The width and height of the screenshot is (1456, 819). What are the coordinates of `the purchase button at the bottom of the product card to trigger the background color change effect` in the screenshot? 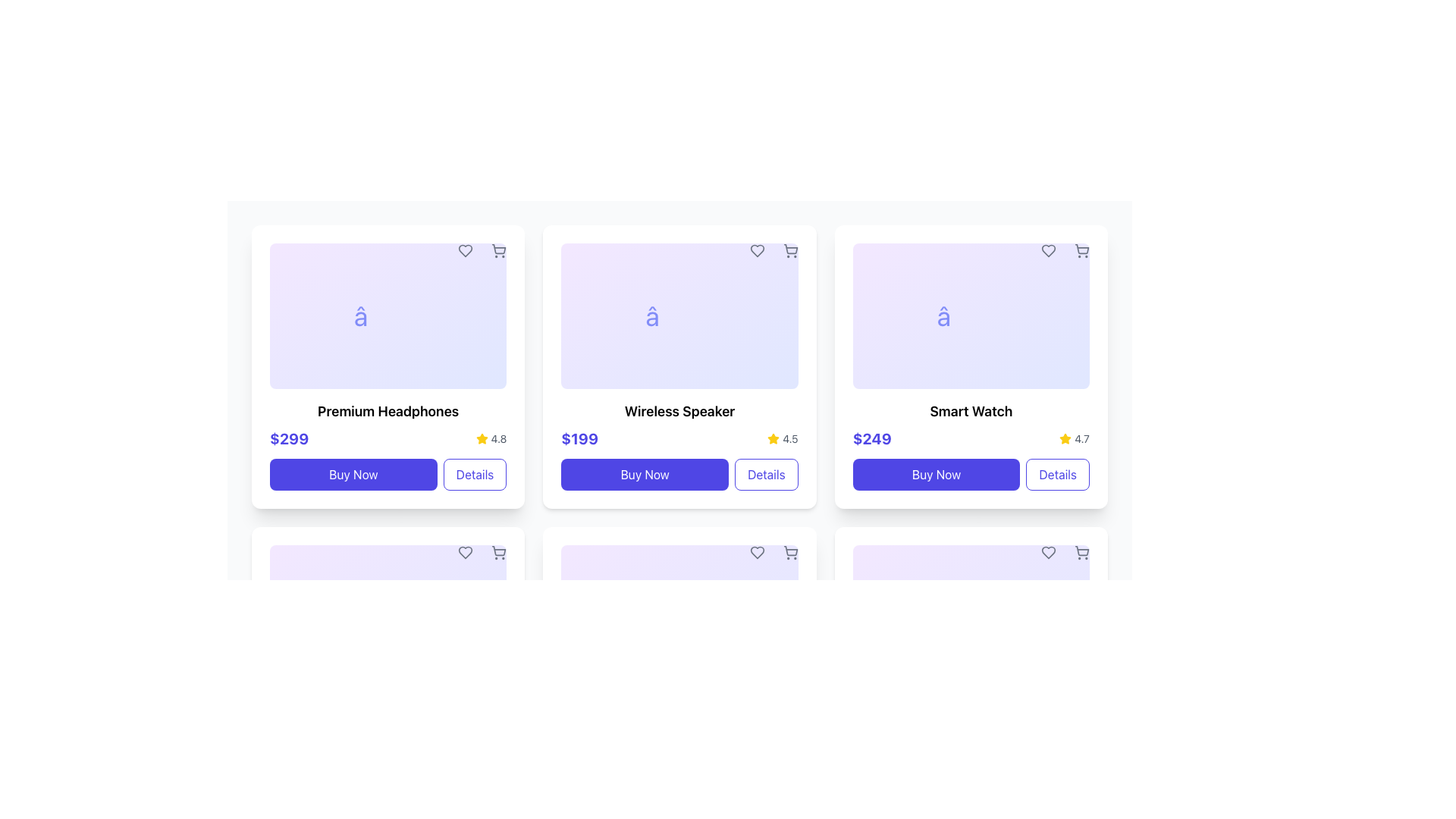 It's located at (353, 473).